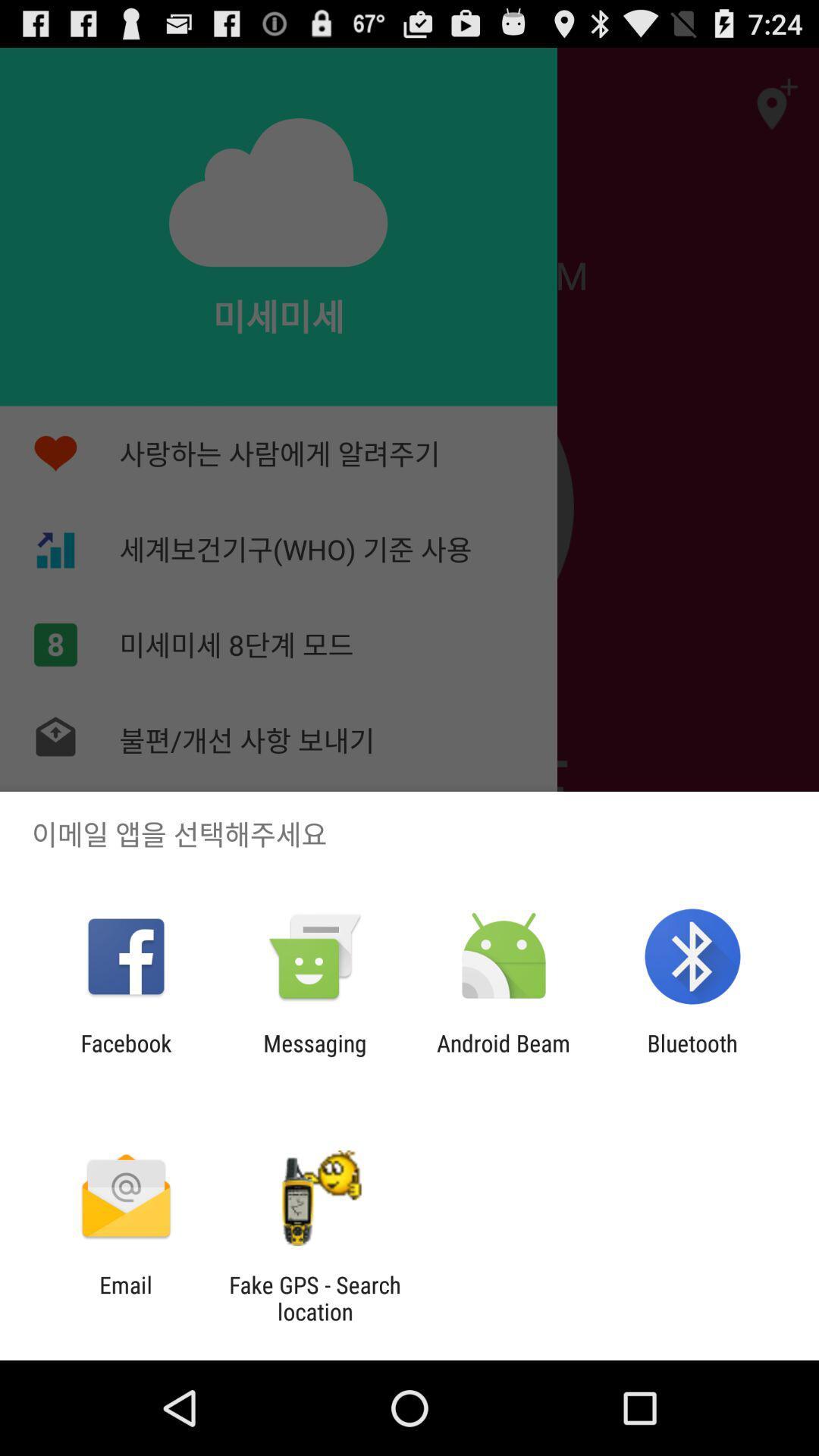 The width and height of the screenshot is (819, 1456). What do you see at coordinates (314, 1056) in the screenshot?
I see `the item next to the android beam icon` at bounding box center [314, 1056].